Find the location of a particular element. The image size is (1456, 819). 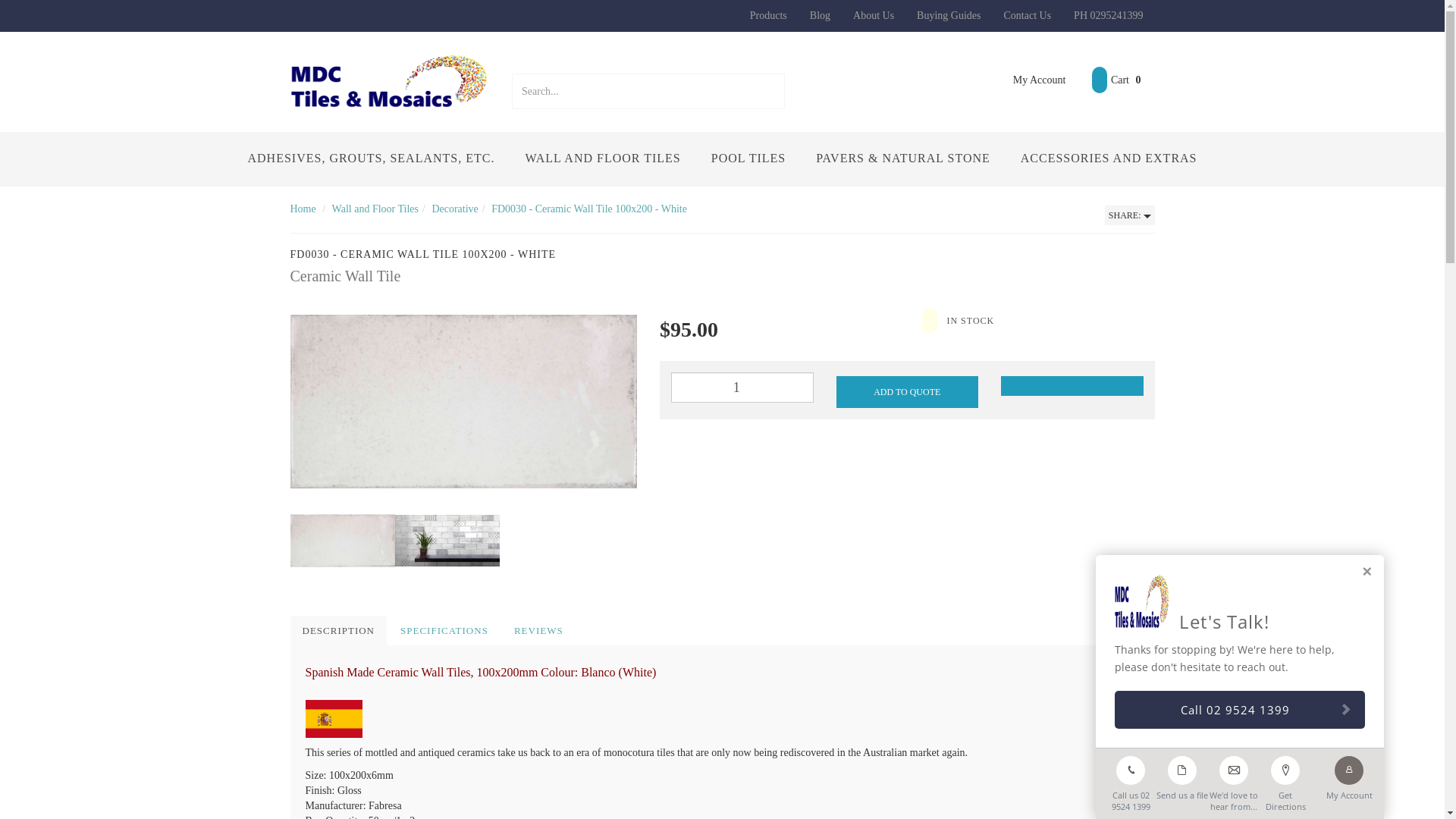

'MDC Tiles & Mosaics' is located at coordinates (389, 80).